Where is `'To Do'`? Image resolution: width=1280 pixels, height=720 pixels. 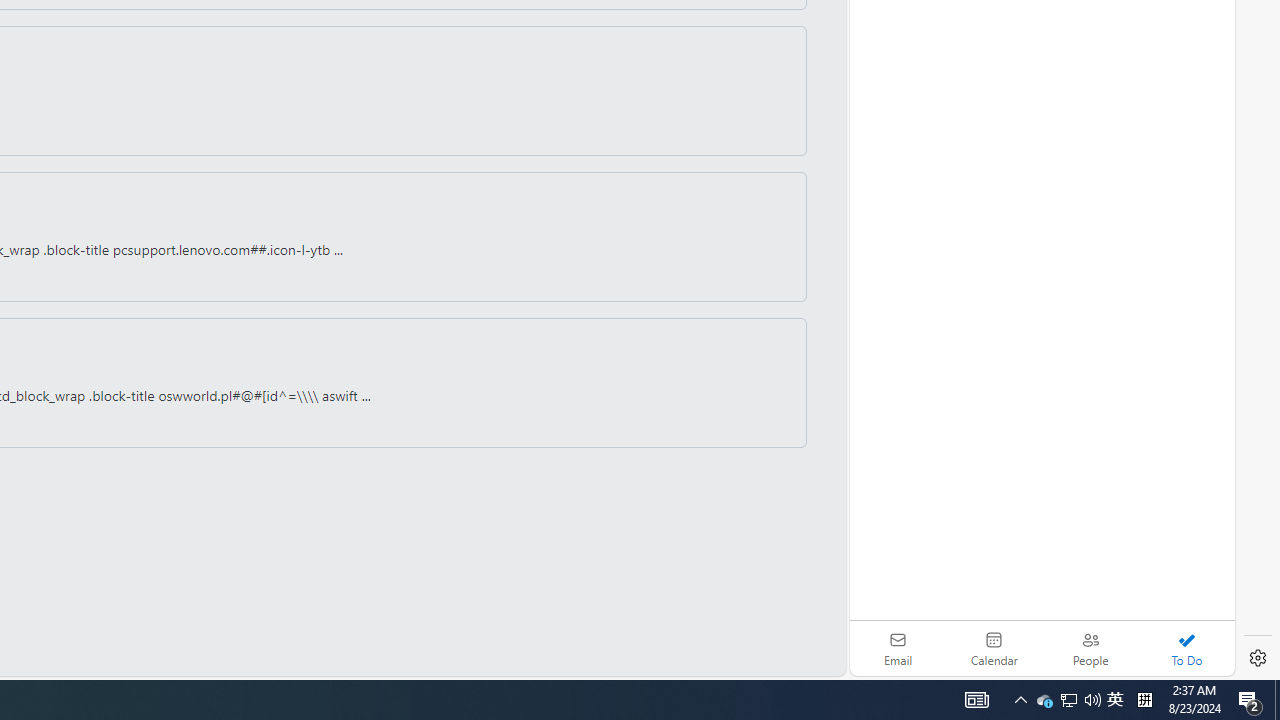
'To Do' is located at coordinates (1186, 648).